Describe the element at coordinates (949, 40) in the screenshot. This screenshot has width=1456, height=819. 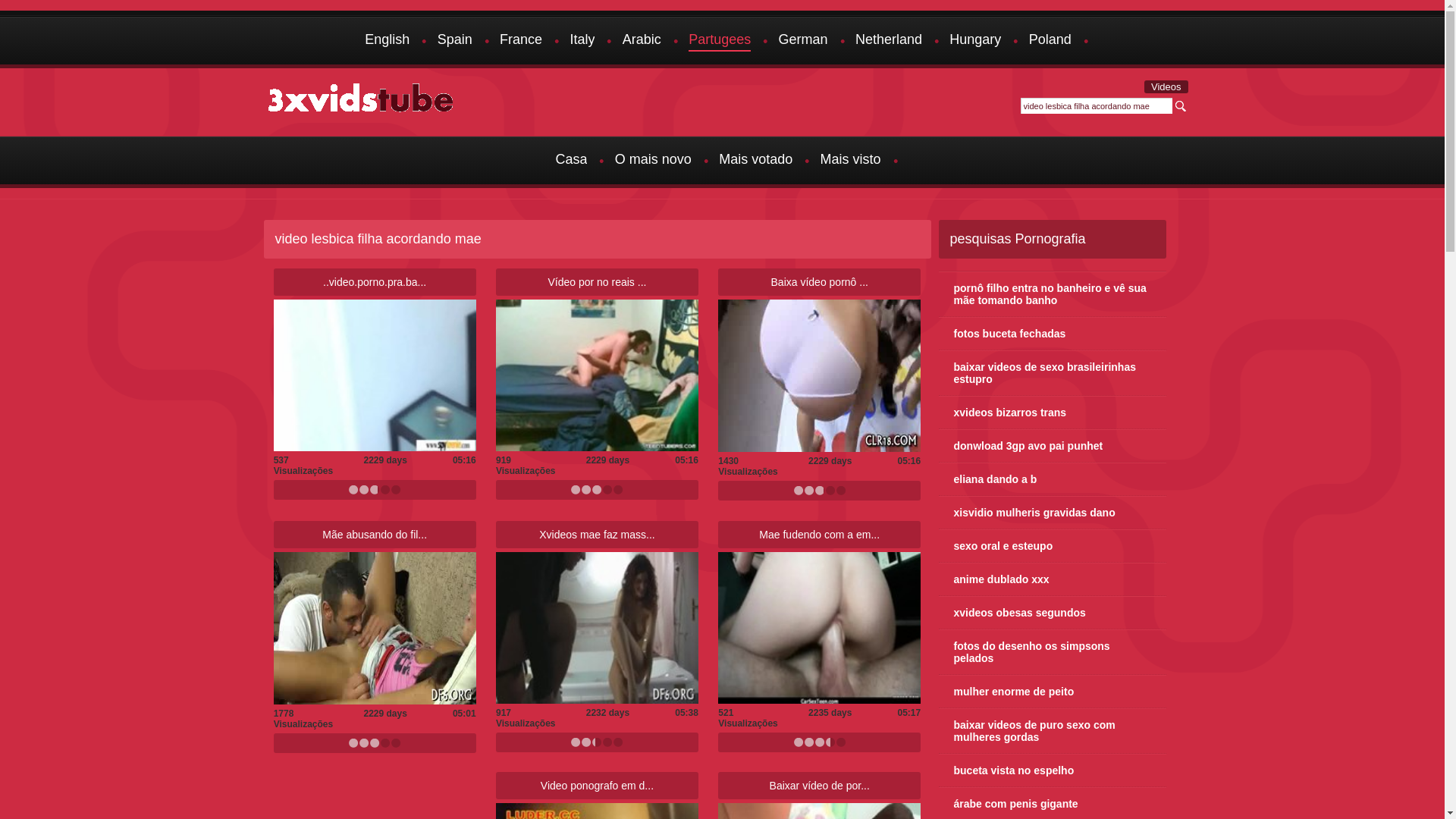
I see `'Hungary'` at that location.